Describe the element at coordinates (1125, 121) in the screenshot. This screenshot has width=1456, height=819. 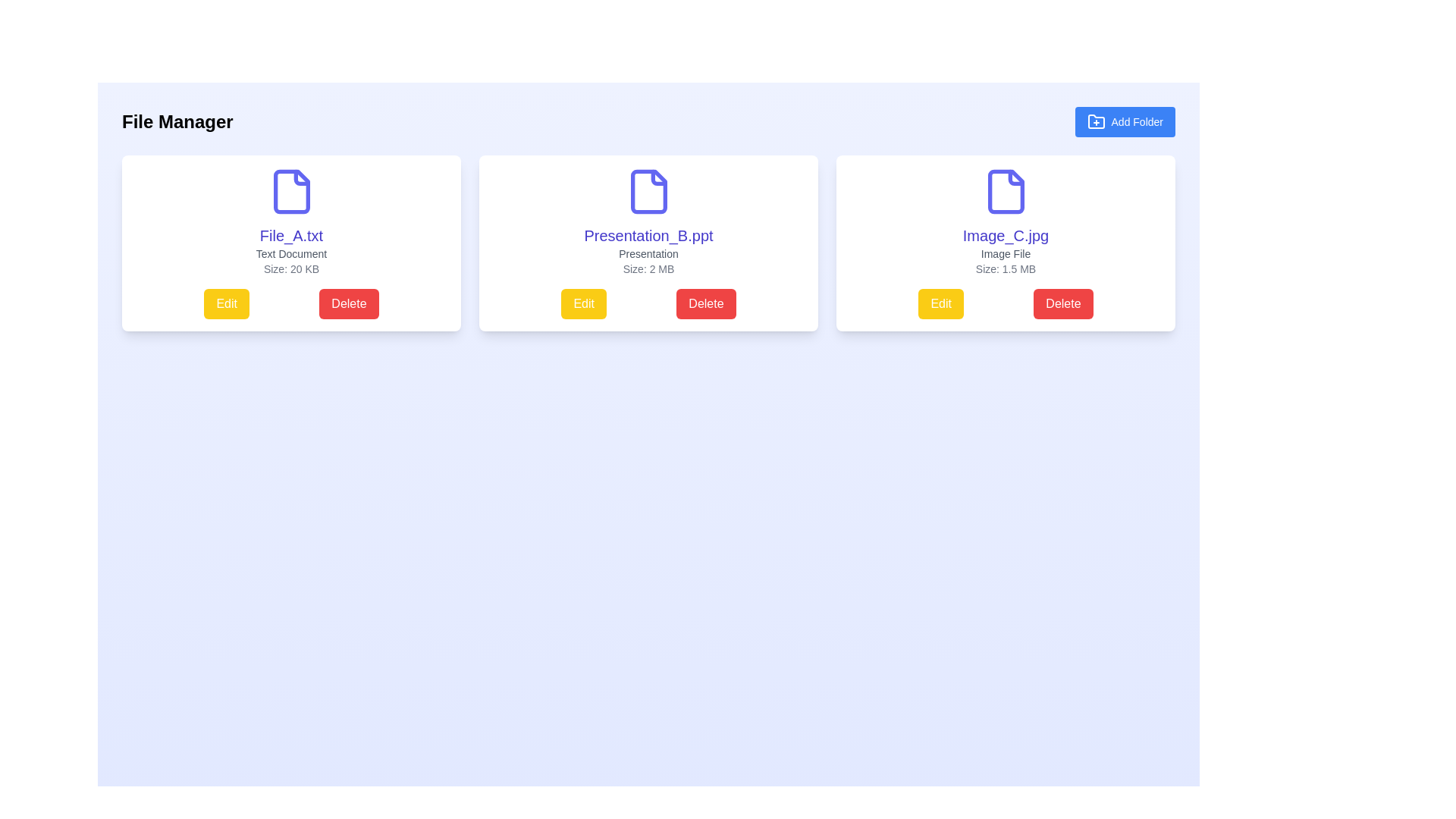
I see `the button in the top-right corner of the interface to initiate the folder creation process` at that location.